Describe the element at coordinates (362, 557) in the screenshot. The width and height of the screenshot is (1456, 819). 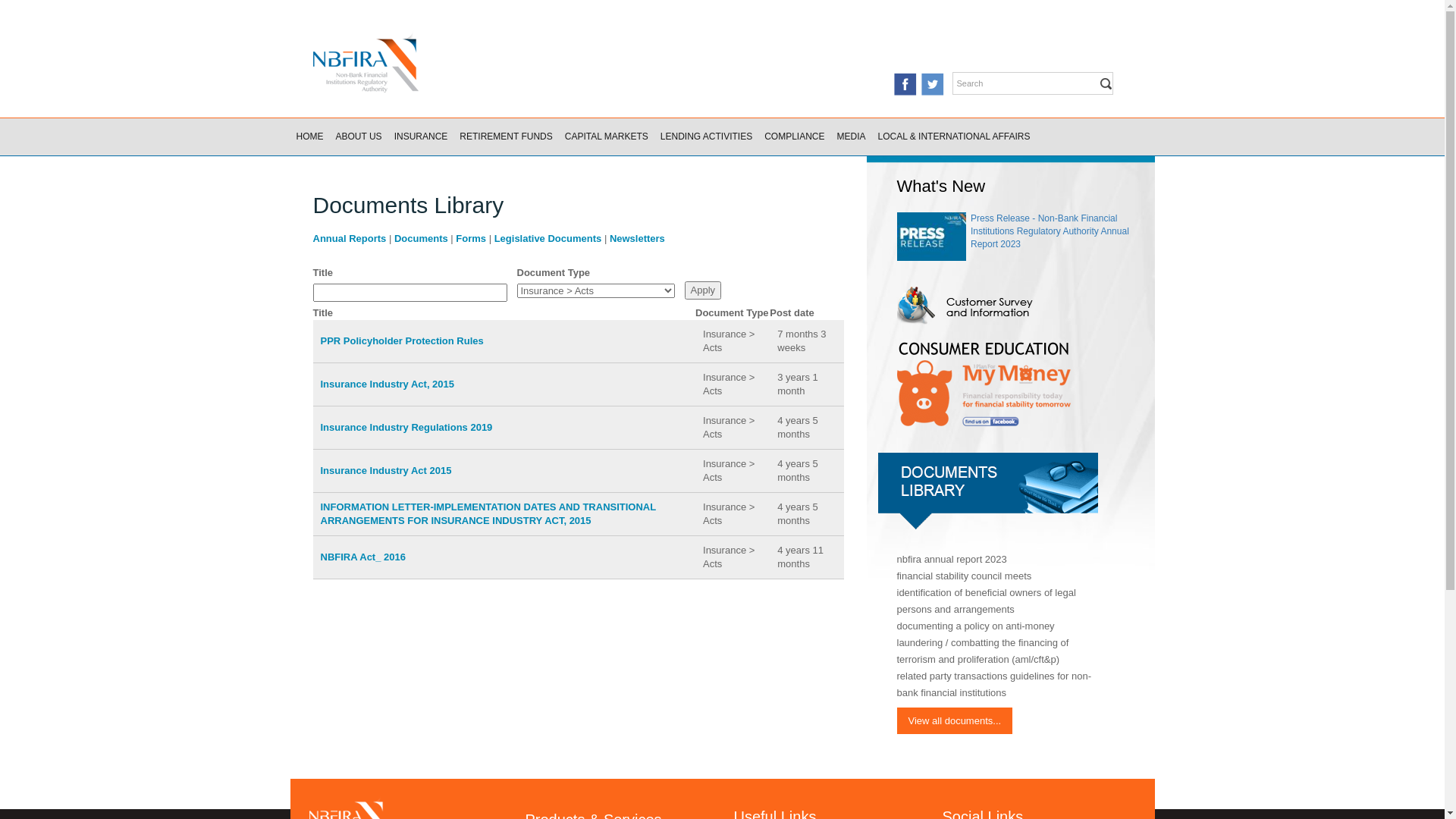
I see `'NBFIRA Act_ 2016'` at that location.